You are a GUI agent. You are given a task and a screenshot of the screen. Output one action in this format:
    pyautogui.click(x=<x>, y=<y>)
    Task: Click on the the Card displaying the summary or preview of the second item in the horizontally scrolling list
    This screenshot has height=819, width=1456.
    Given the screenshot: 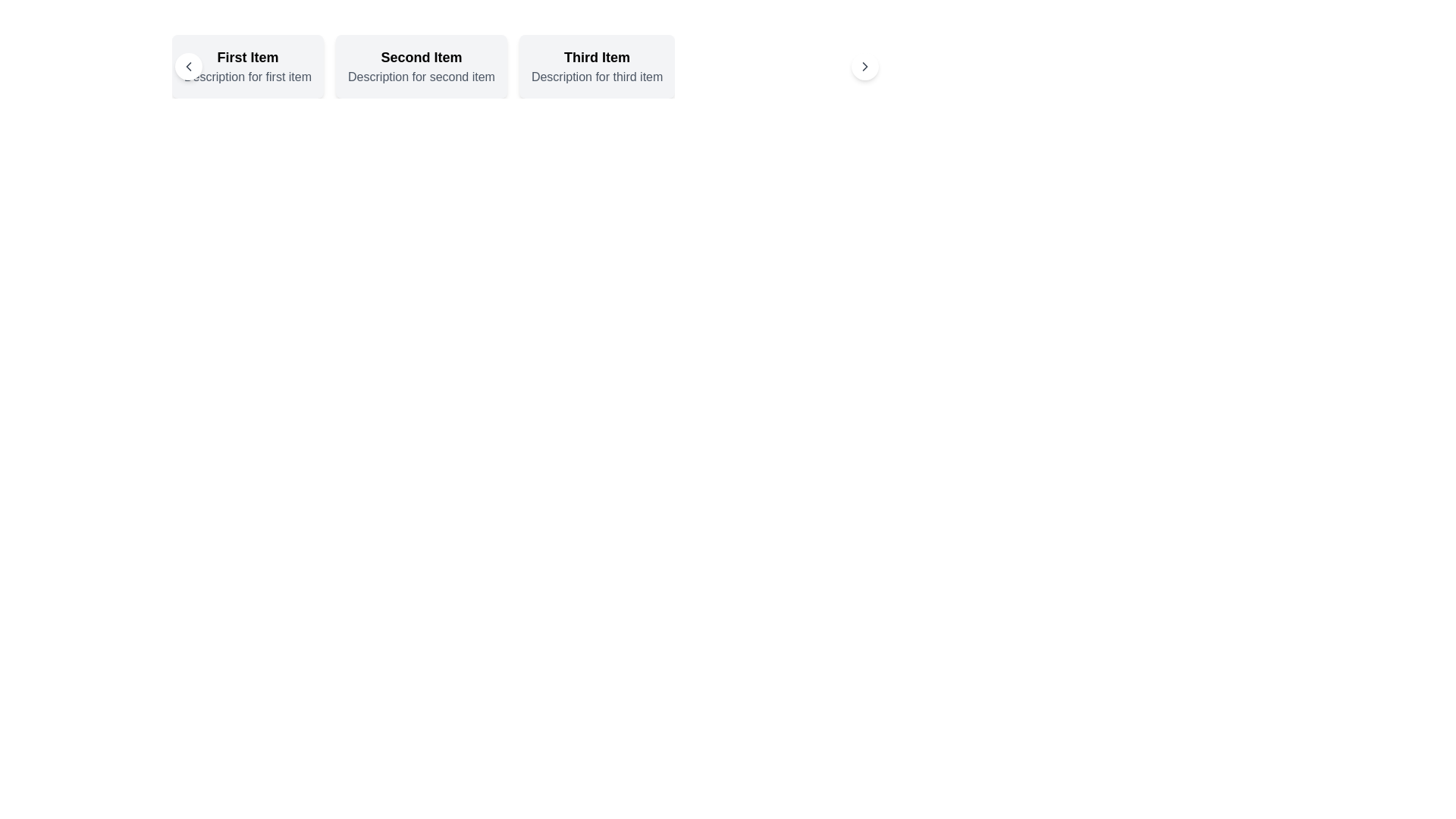 What is the action you would take?
    pyautogui.click(x=422, y=66)
    